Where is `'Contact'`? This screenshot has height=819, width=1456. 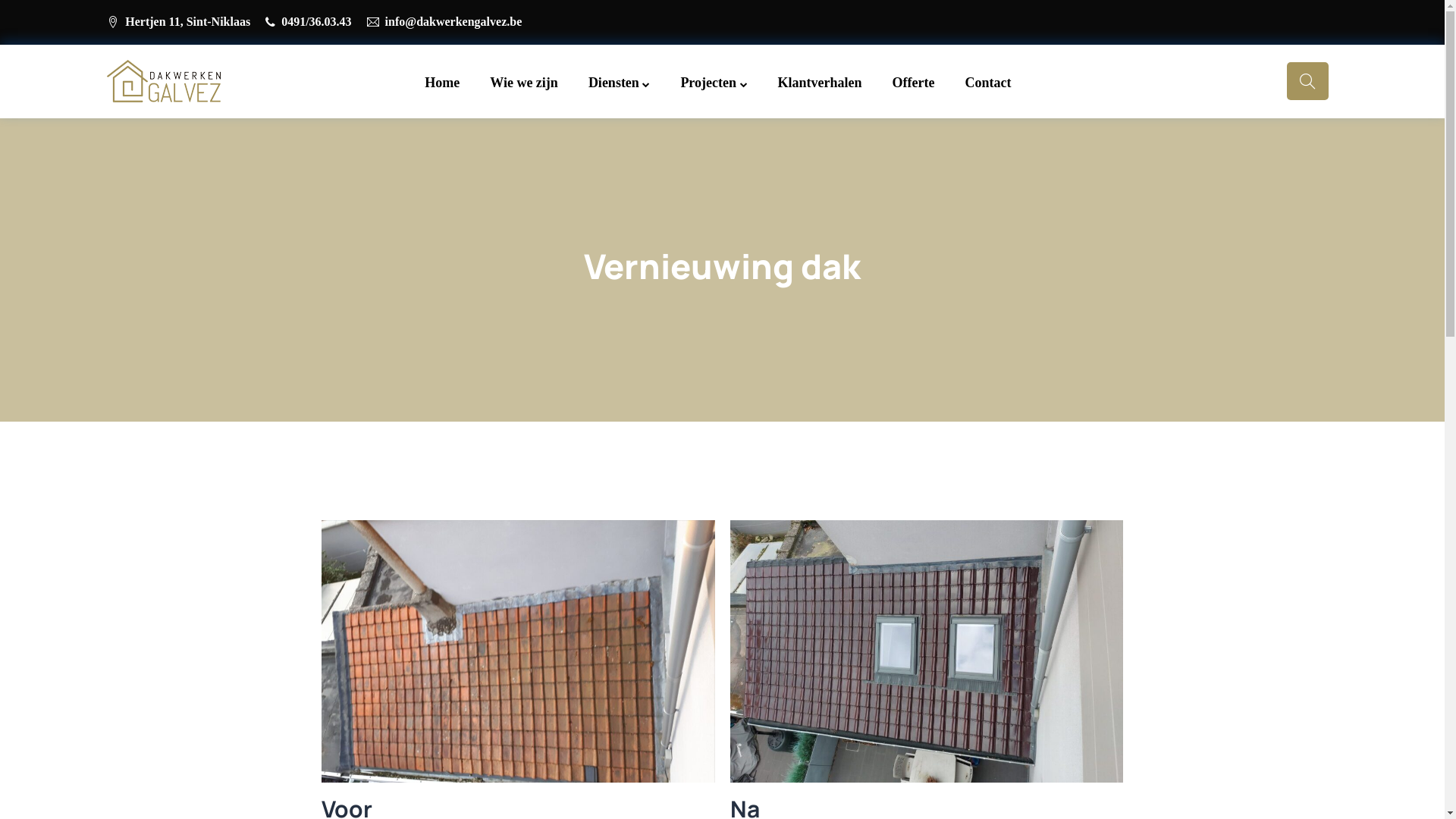
'Contact' is located at coordinates (987, 83).